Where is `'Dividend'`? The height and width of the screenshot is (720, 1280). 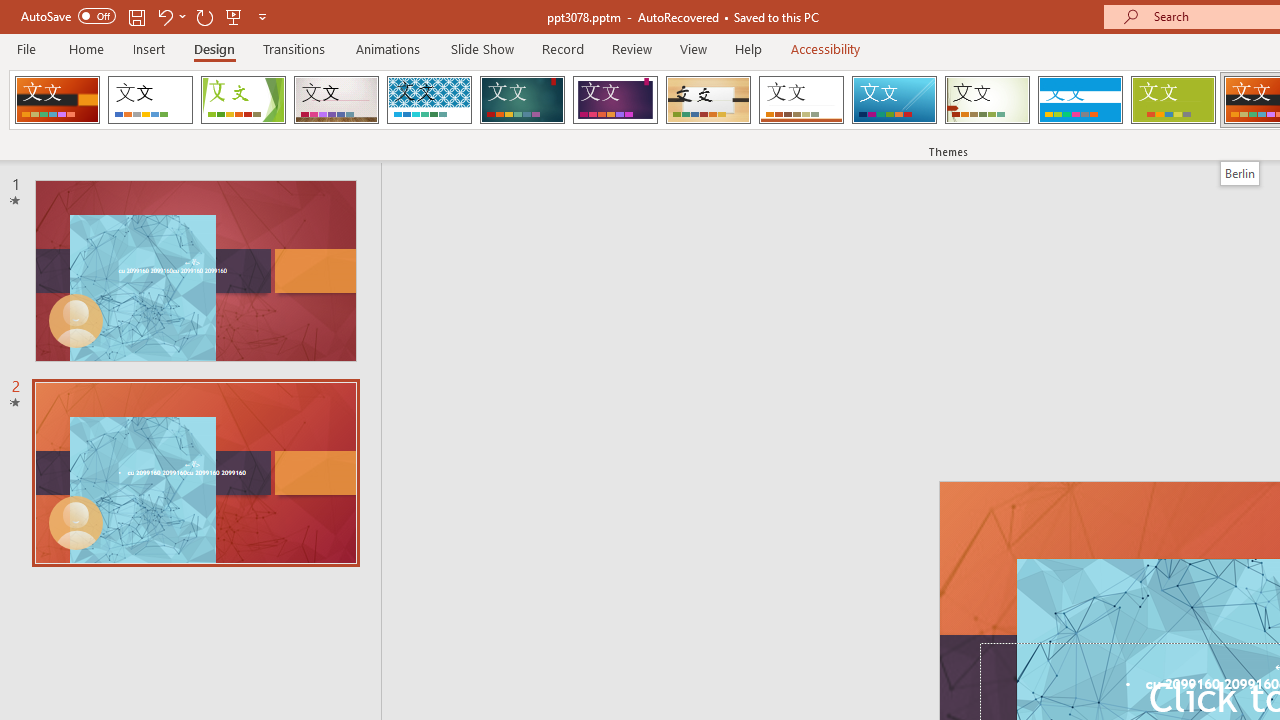
'Dividend' is located at coordinates (57, 100).